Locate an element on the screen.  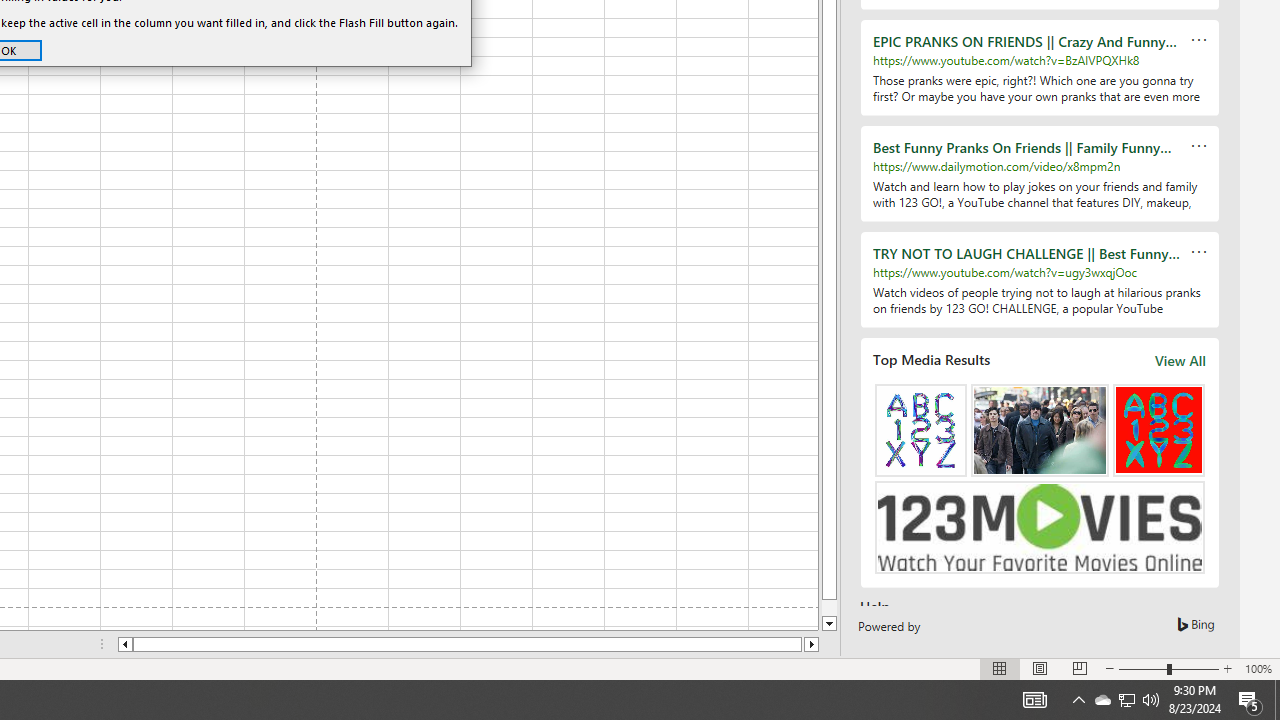
'User Promoted Notification Area' is located at coordinates (1127, 698).